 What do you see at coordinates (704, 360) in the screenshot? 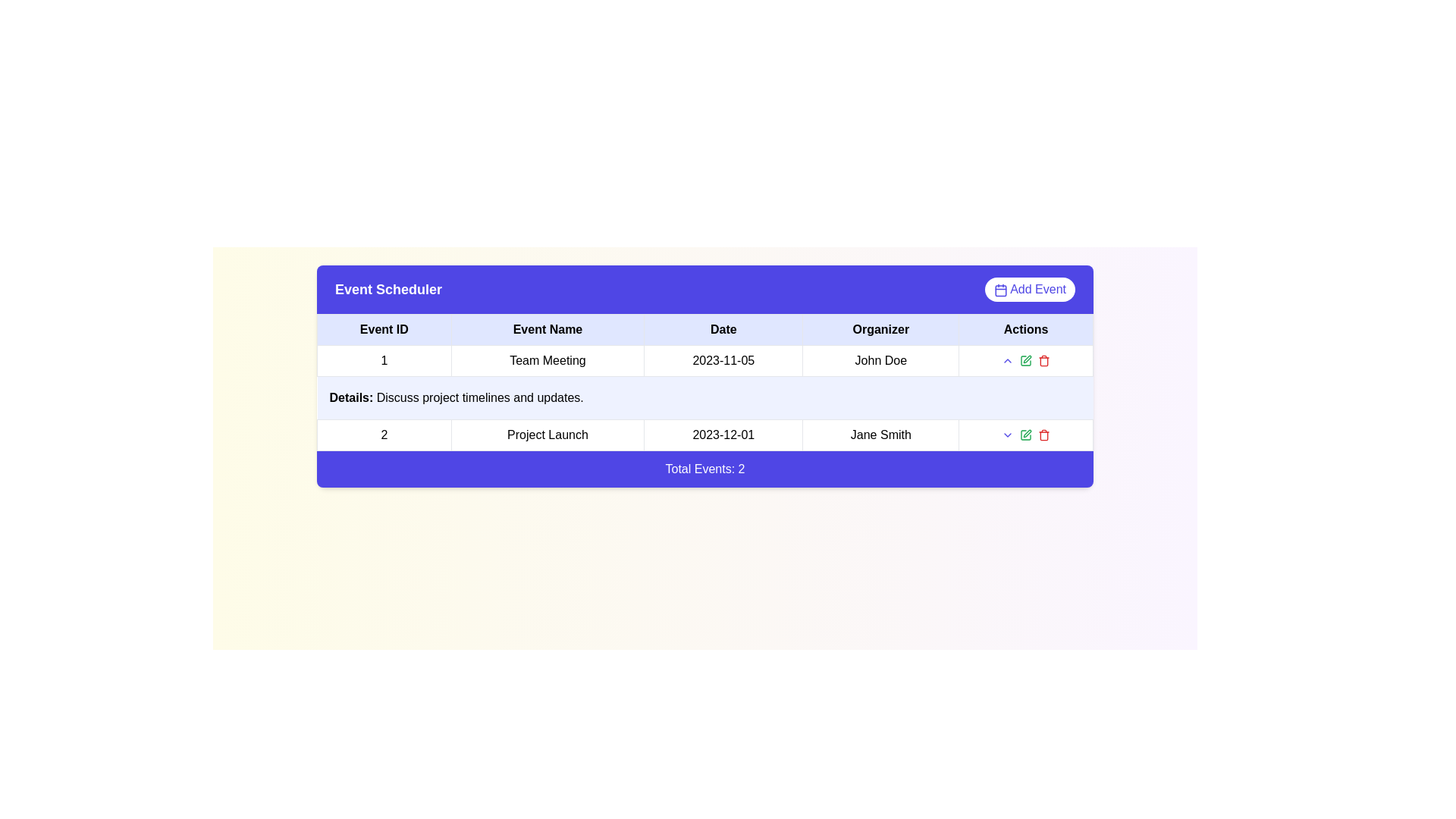
I see `the first row of the table in the 'Event Scheduler' section that displays details like ID ('1'), event name ('Team Meeting'), date ('2023-11-05'), and organizer ('John Doe')` at bounding box center [704, 360].